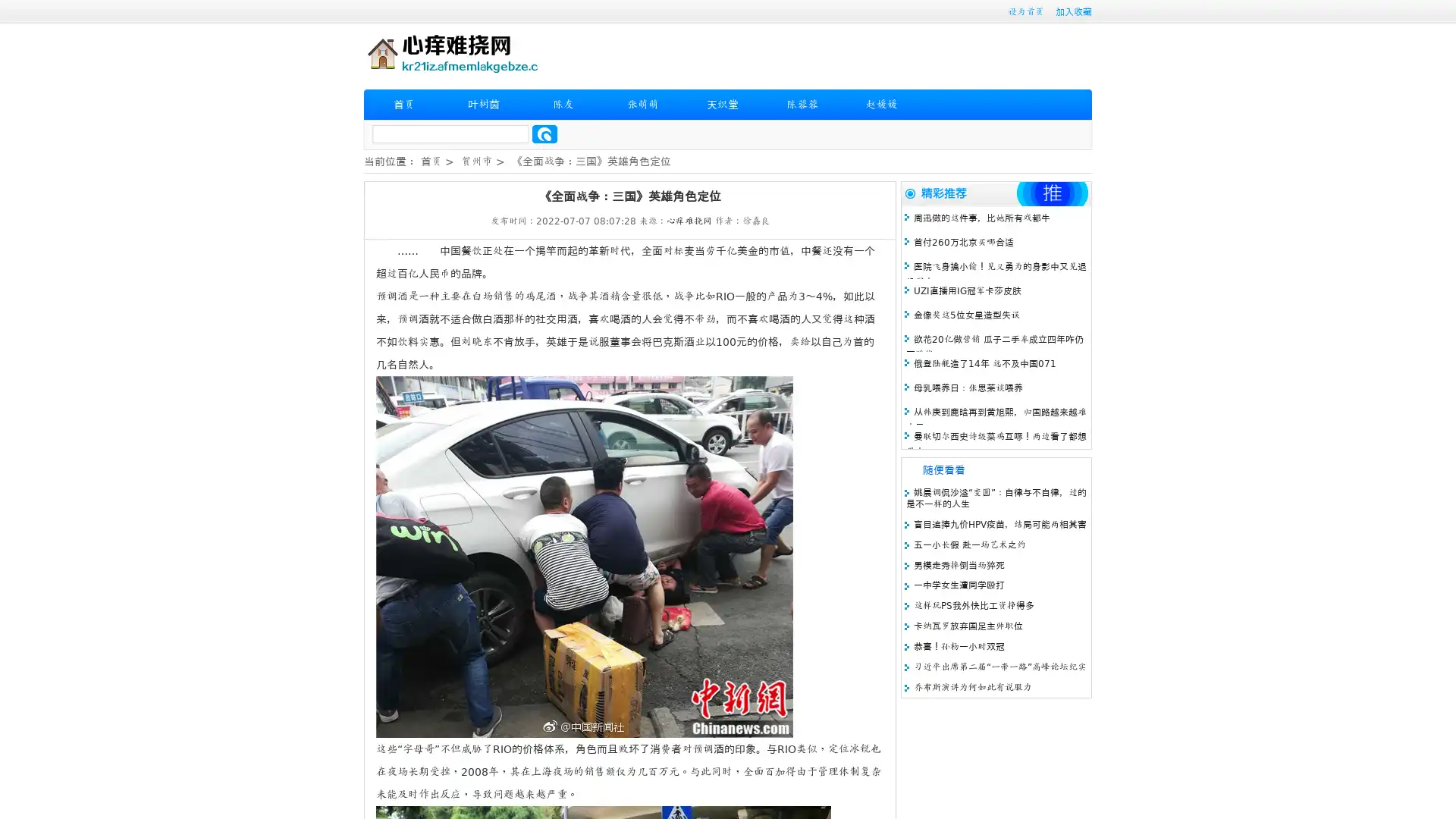 The image size is (1456, 819). Describe the element at coordinates (544, 133) in the screenshot. I see `Search` at that location.